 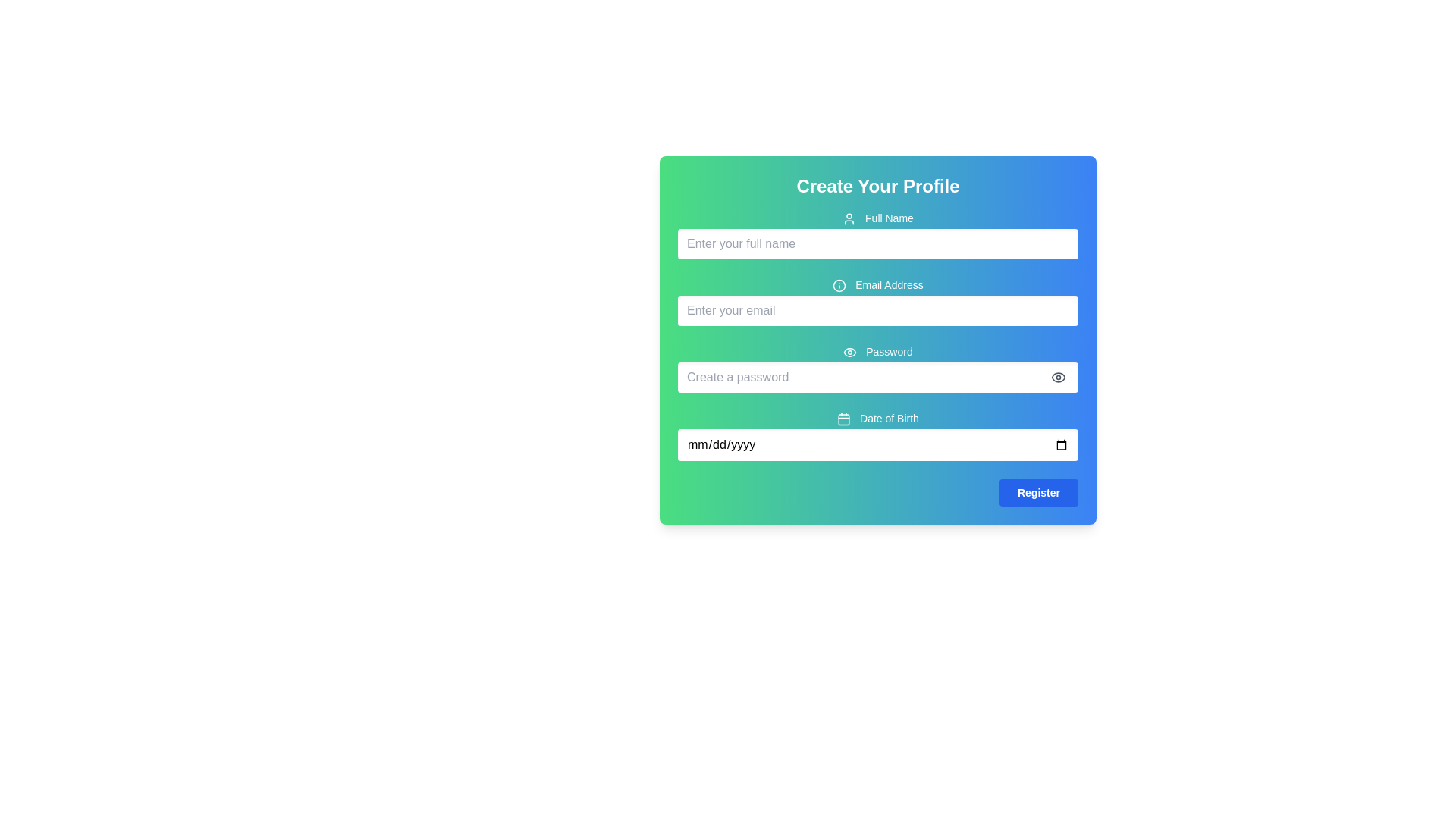 I want to click on the 'Full Name' label, which is a textual label in white color with a user silhouette icon to its left, located near the top of the form, so click(x=877, y=218).